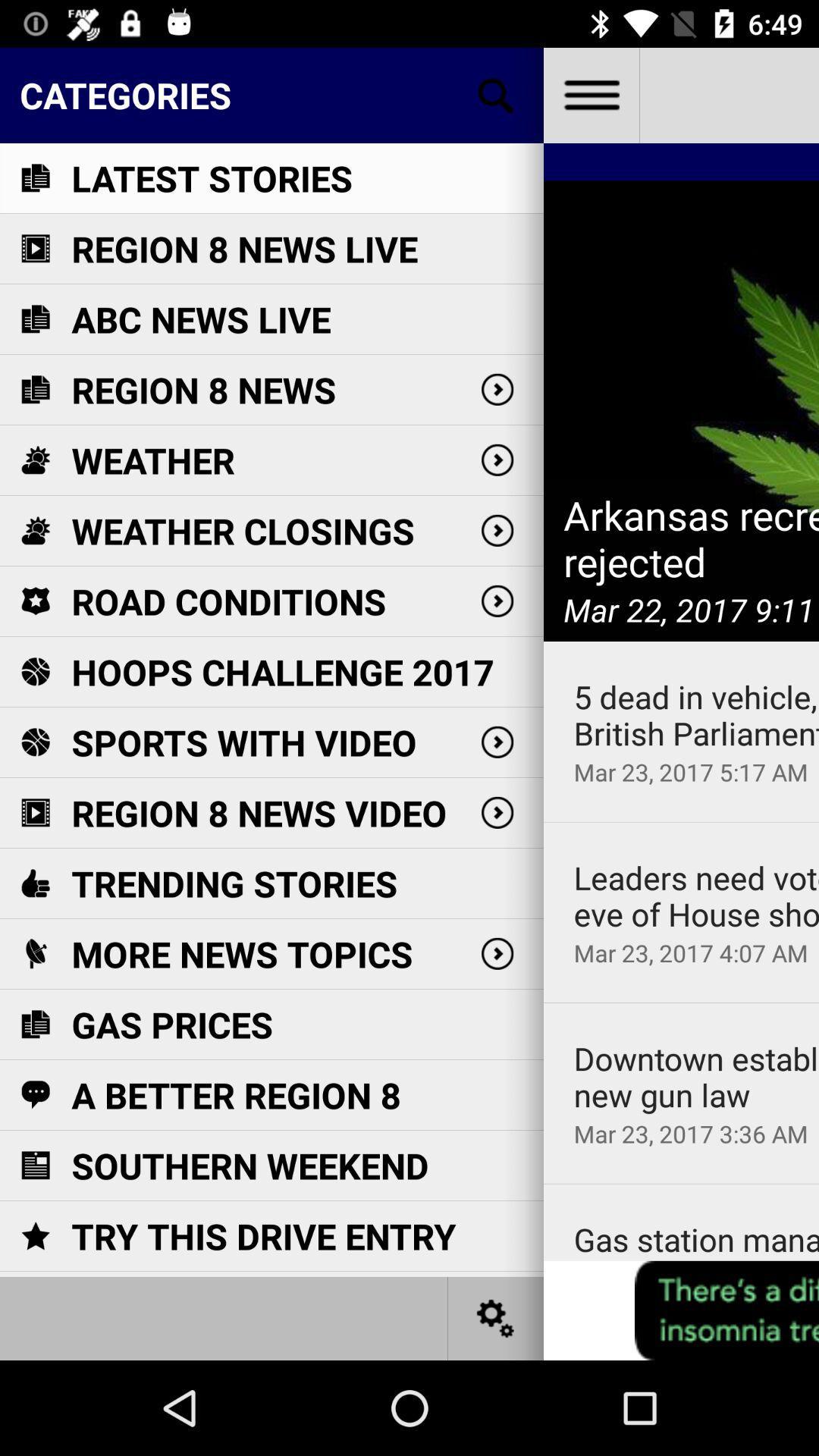 This screenshot has width=819, height=1456. What do you see at coordinates (496, 1317) in the screenshot?
I see `the settings icon` at bounding box center [496, 1317].